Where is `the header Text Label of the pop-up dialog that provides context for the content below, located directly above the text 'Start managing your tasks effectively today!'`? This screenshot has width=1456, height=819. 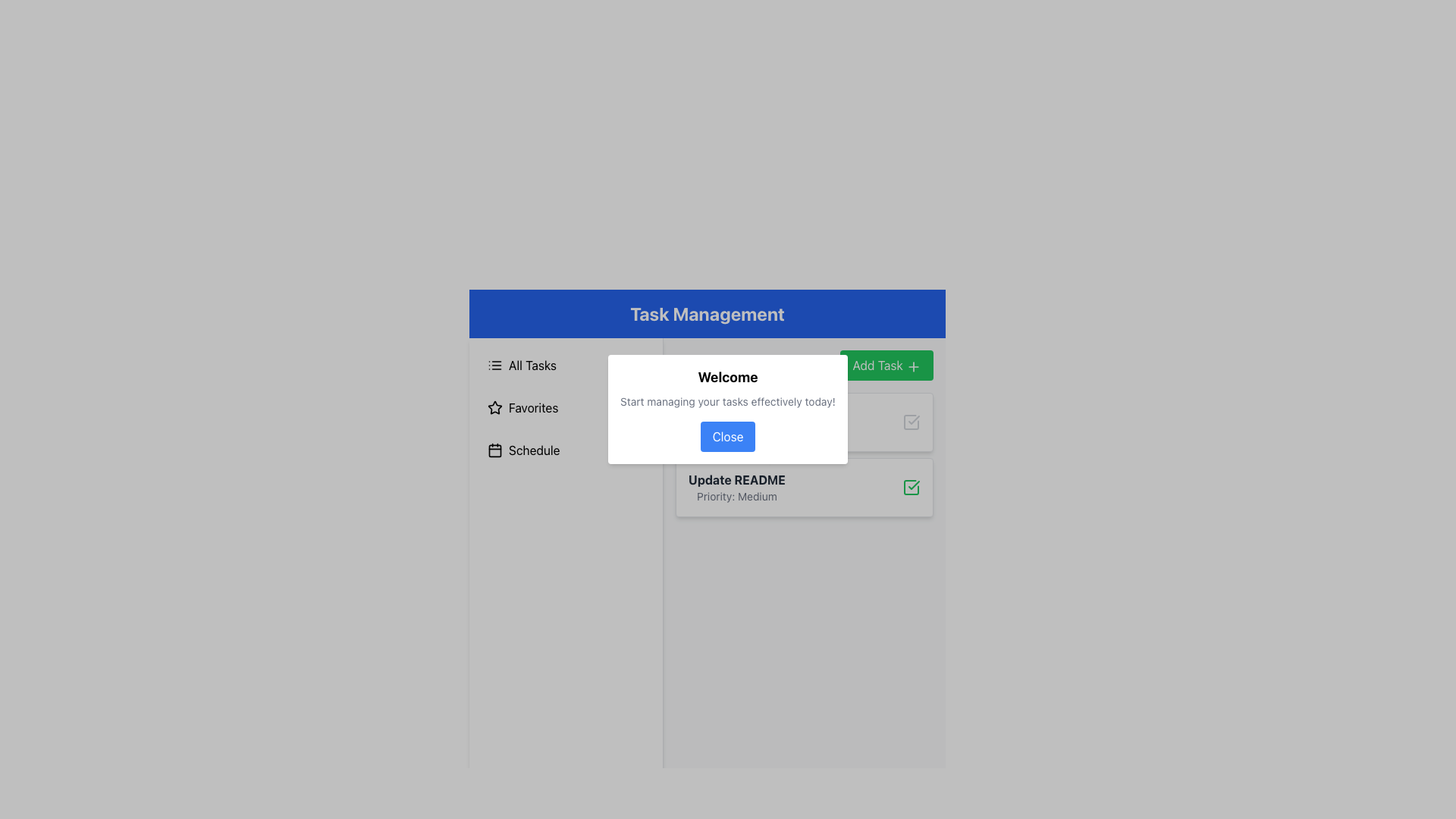 the header Text Label of the pop-up dialog that provides context for the content below, located directly above the text 'Start managing your tasks effectively today!' is located at coordinates (728, 376).